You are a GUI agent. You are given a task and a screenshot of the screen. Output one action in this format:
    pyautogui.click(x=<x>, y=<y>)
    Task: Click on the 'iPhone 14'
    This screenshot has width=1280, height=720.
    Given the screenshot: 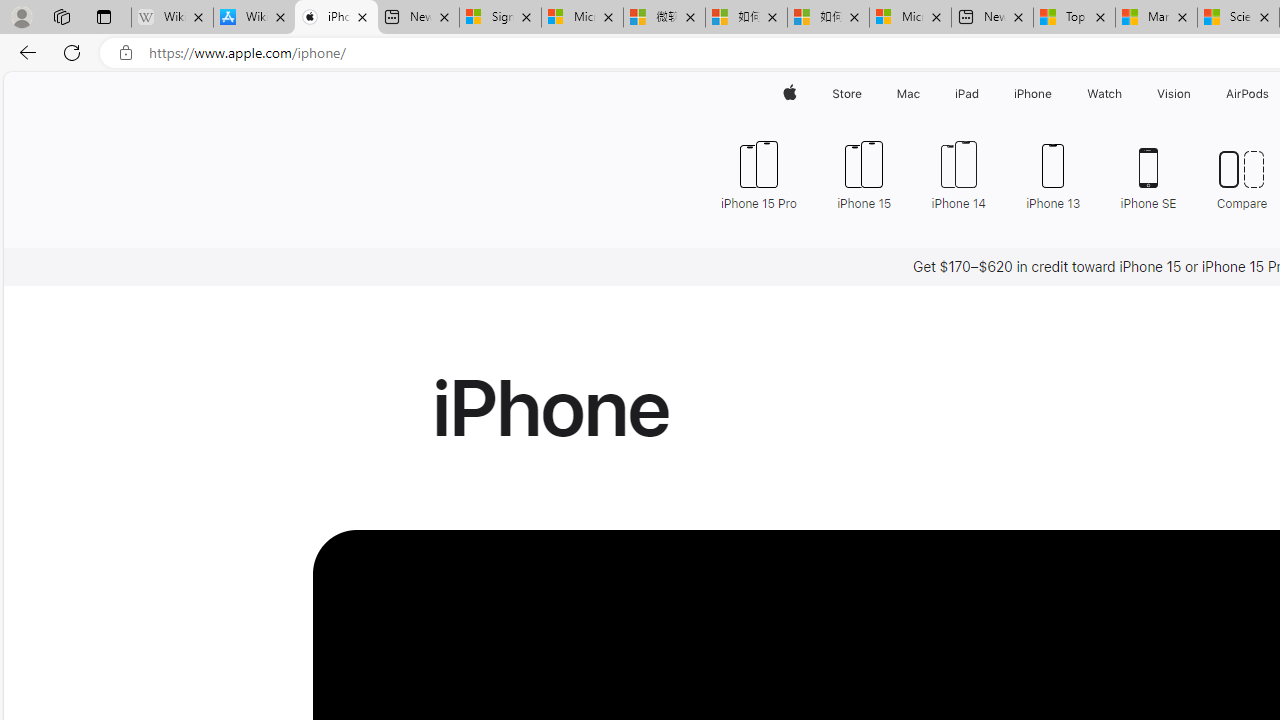 What is the action you would take?
    pyautogui.click(x=957, y=172)
    